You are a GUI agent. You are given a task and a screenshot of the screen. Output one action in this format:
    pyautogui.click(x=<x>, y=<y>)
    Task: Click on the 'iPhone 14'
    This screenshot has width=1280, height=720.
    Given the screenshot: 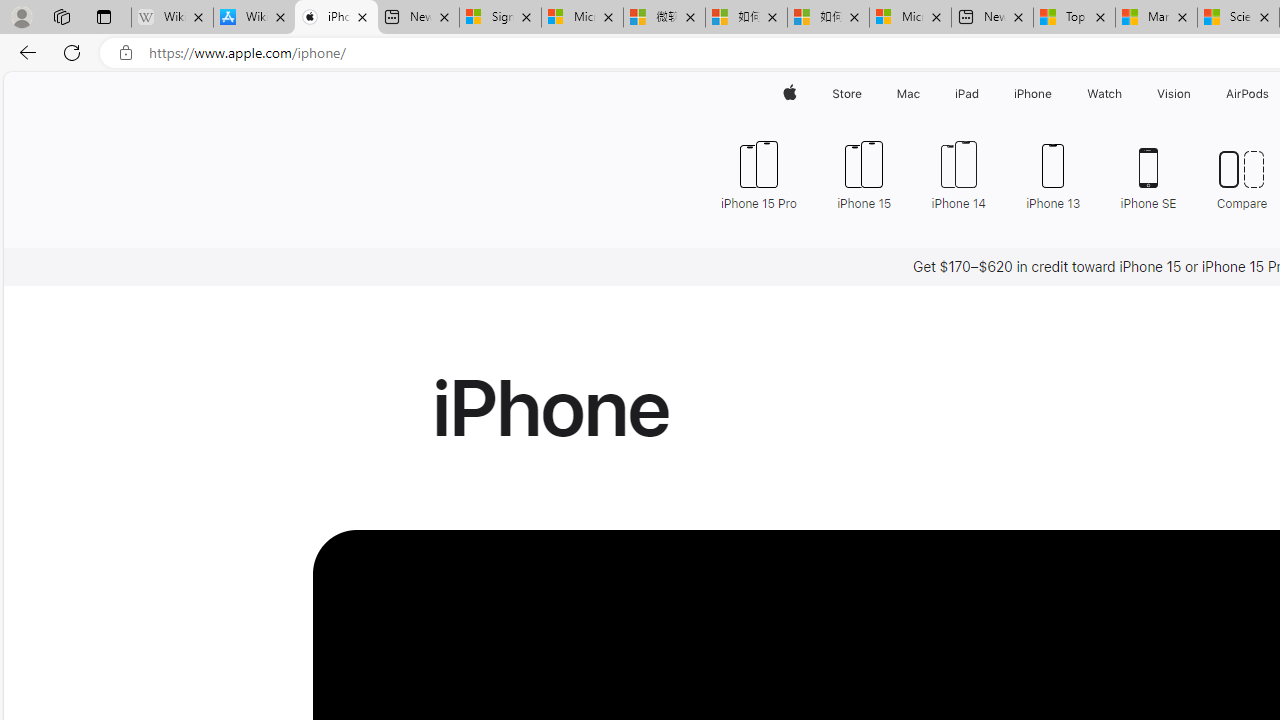 What is the action you would take?
    pyautogui.click(x=957, y=172)
    